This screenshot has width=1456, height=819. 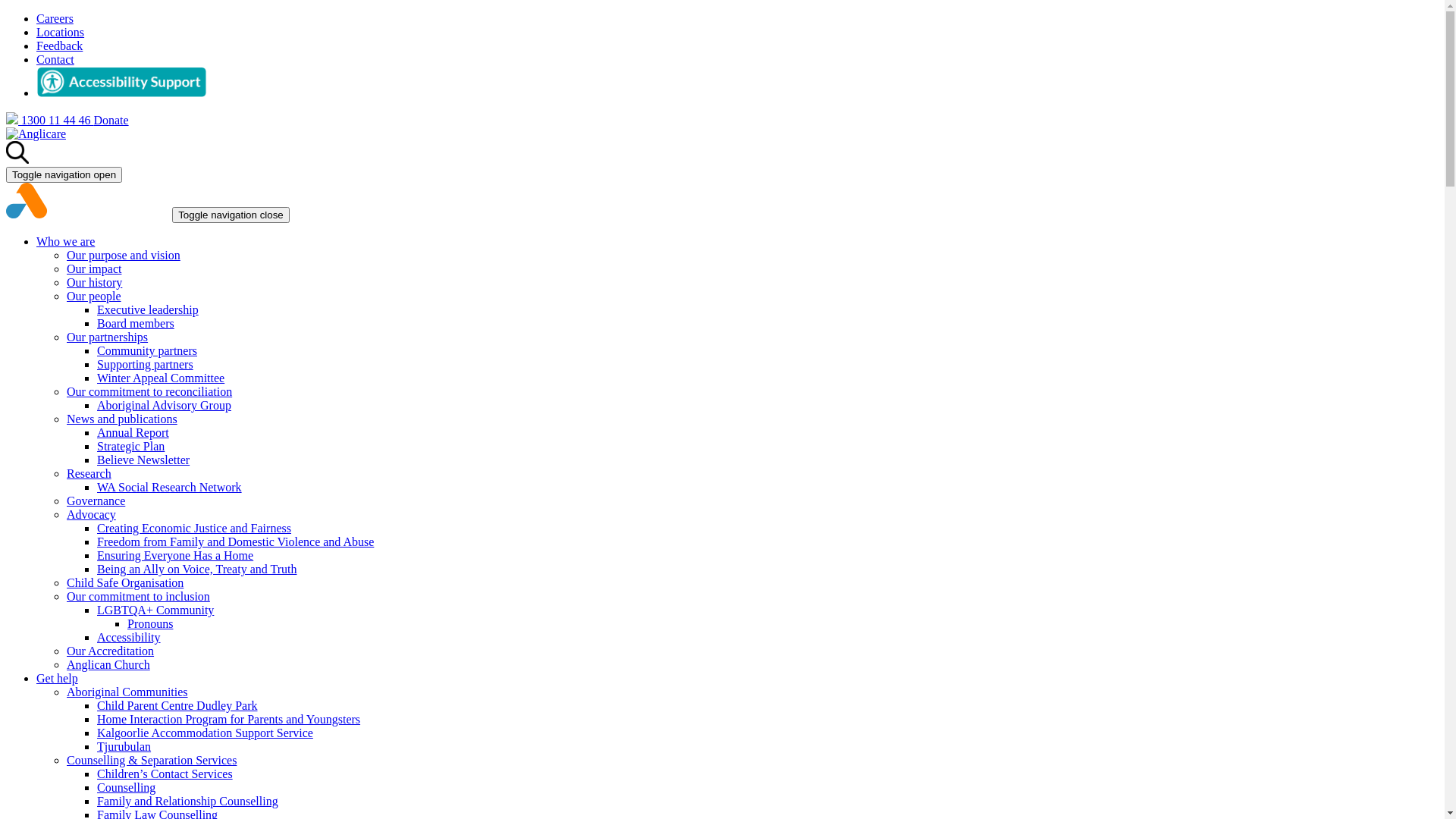 What do you see at coordinates (55, 18) in the screenshot?
I see `'Careers'` at bounding box center [55, 18].